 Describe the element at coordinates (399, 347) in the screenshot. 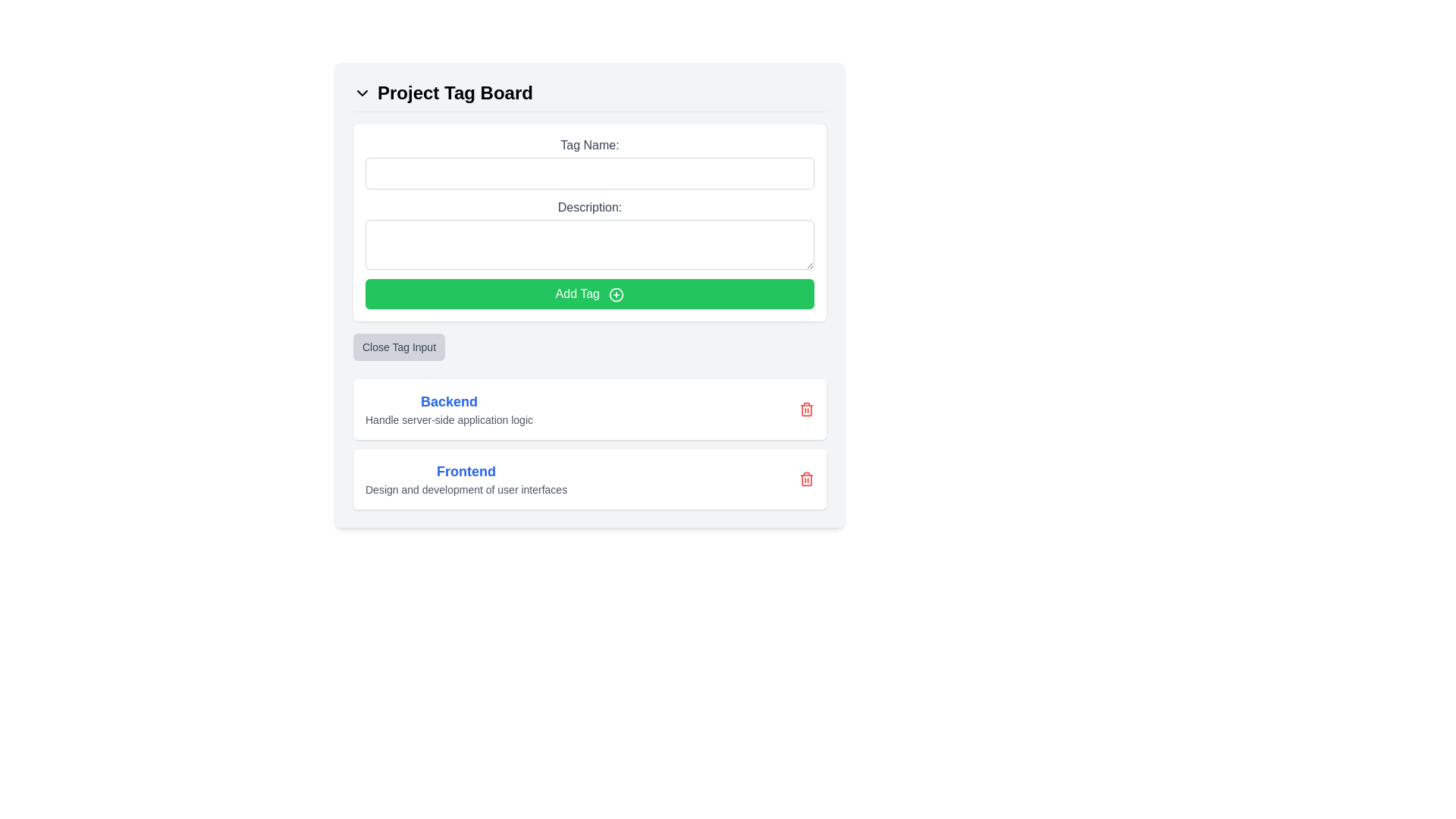

I see `the 'Close Tag Input' button, which has a gray background and is located below the 'Add Tag' button, for reordering` at that location.